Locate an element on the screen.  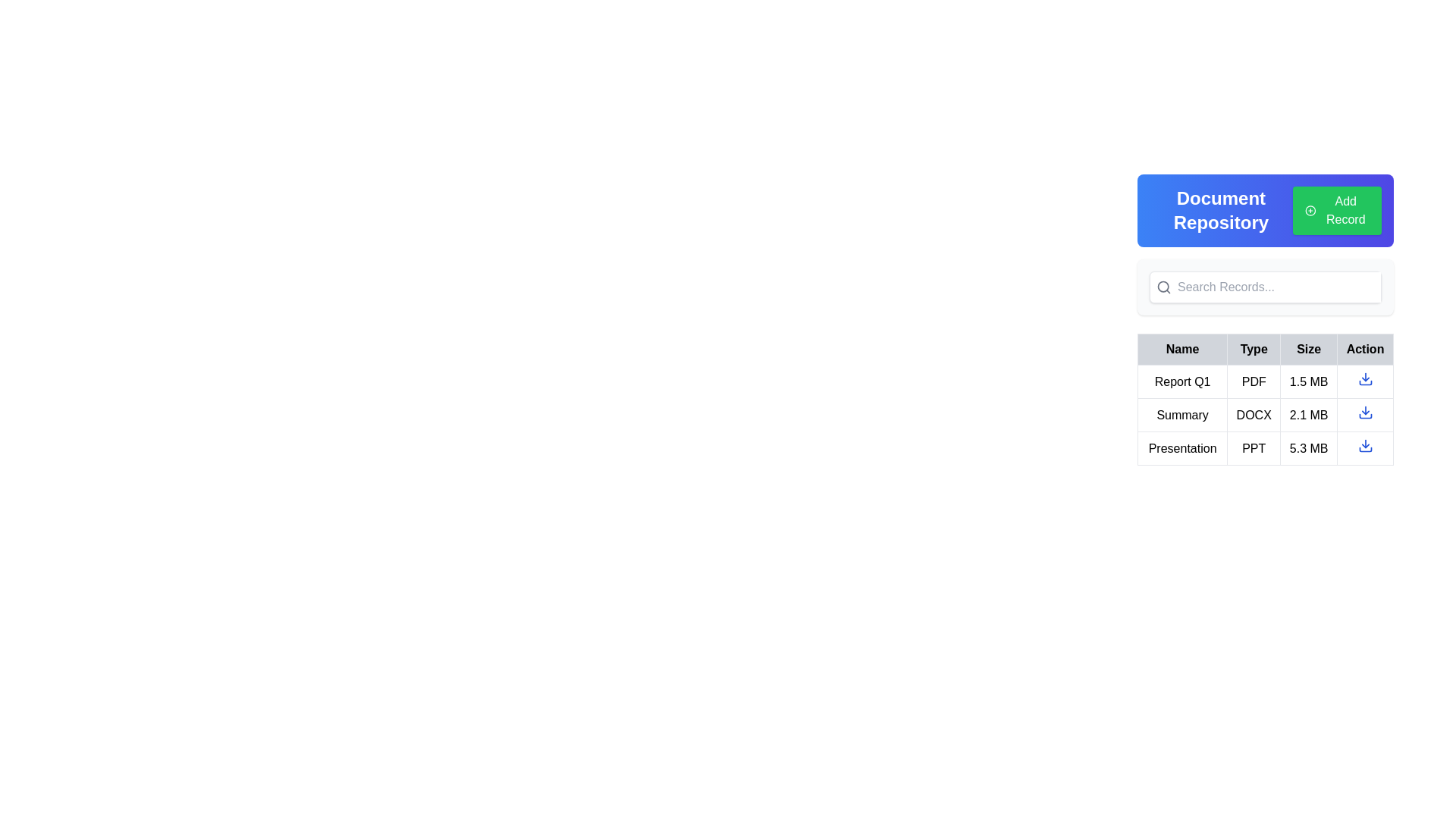
the download button for the 'Presentation' row is located at coordinates (1365, 444).